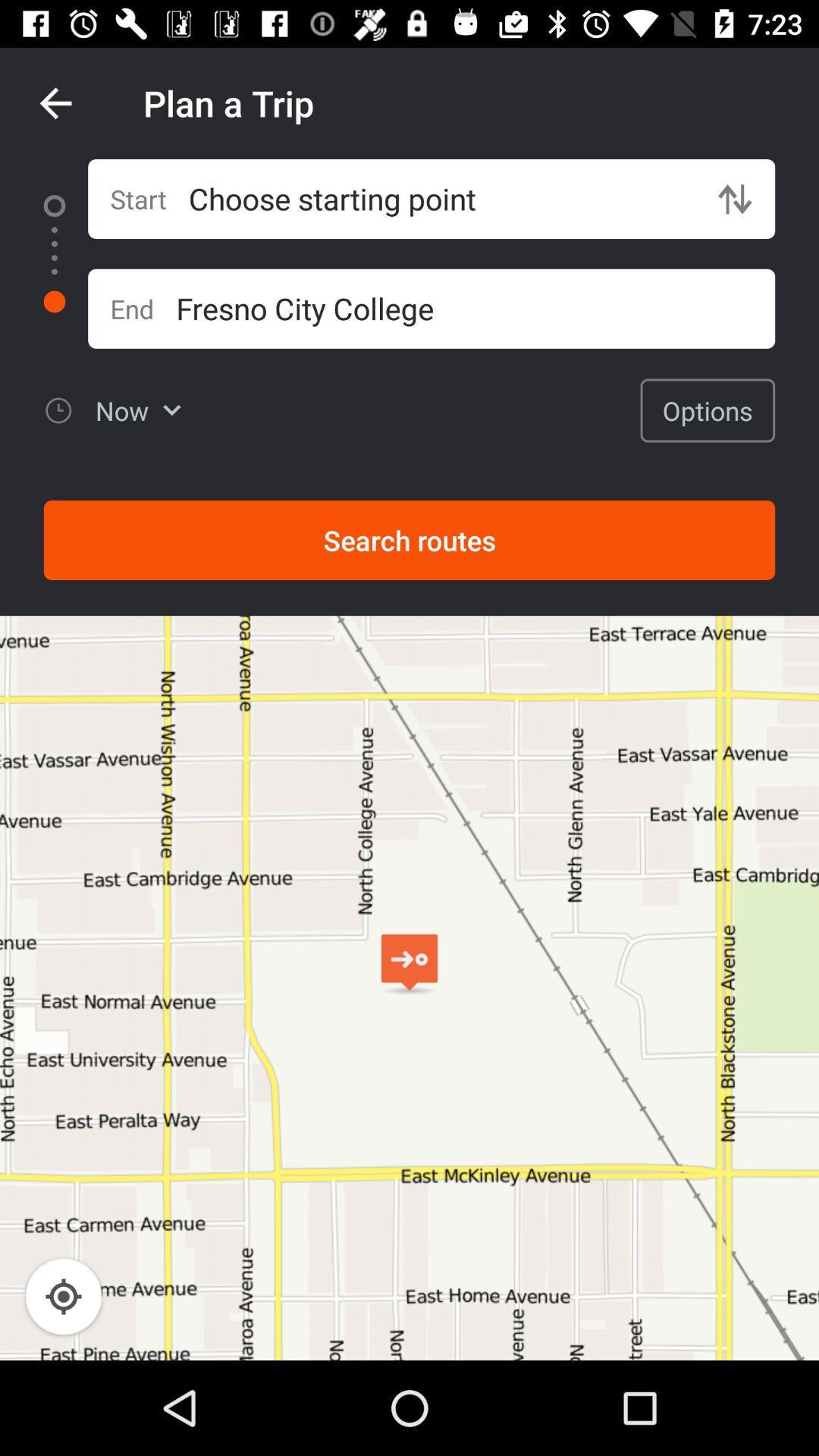  I want to click on the icon next to the start, so click(441, 198).